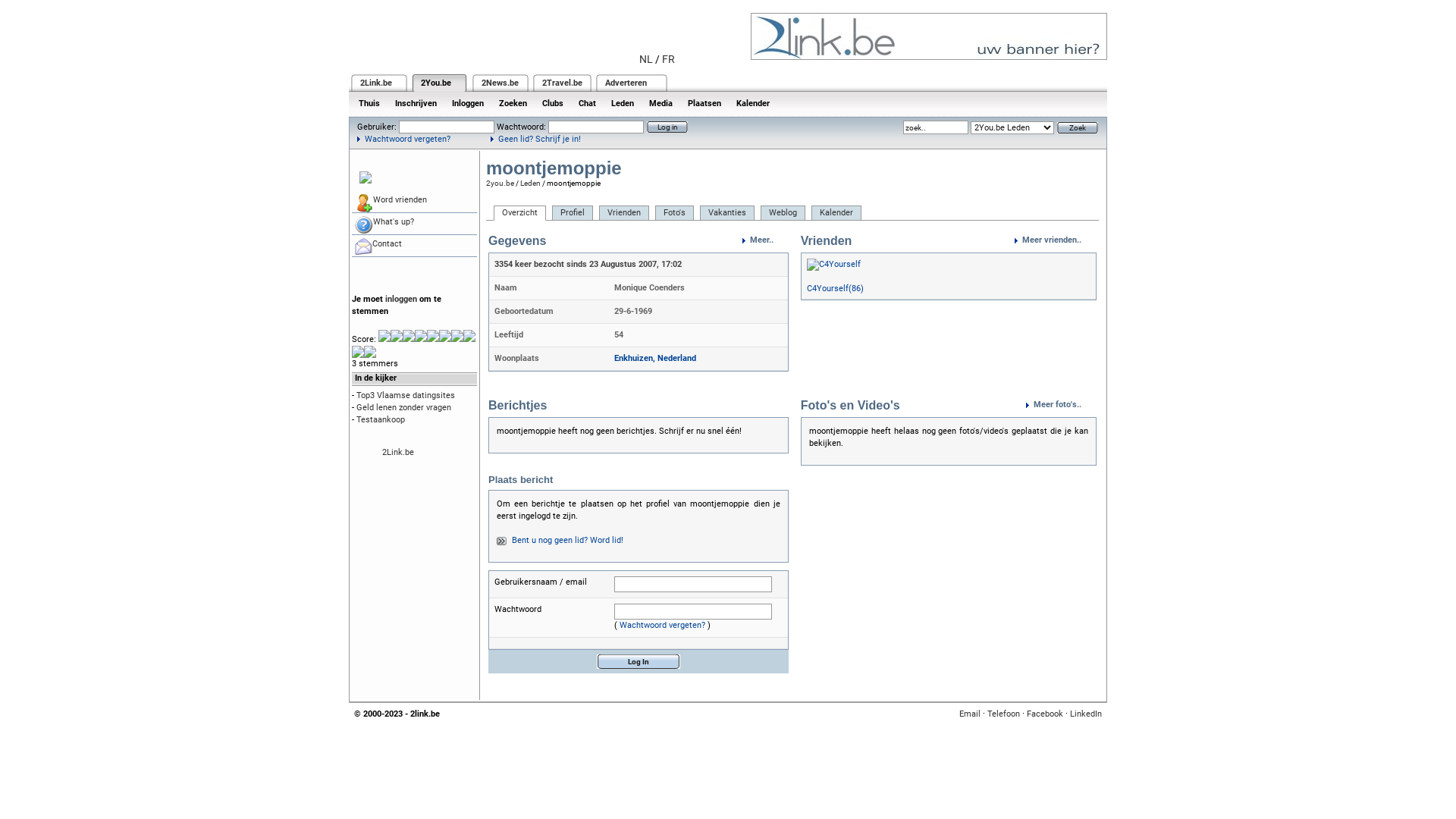  Describe the element at coordinates (614, 358) in the screenshot. I see `'Enkhuizen, Nederland'` at that location.